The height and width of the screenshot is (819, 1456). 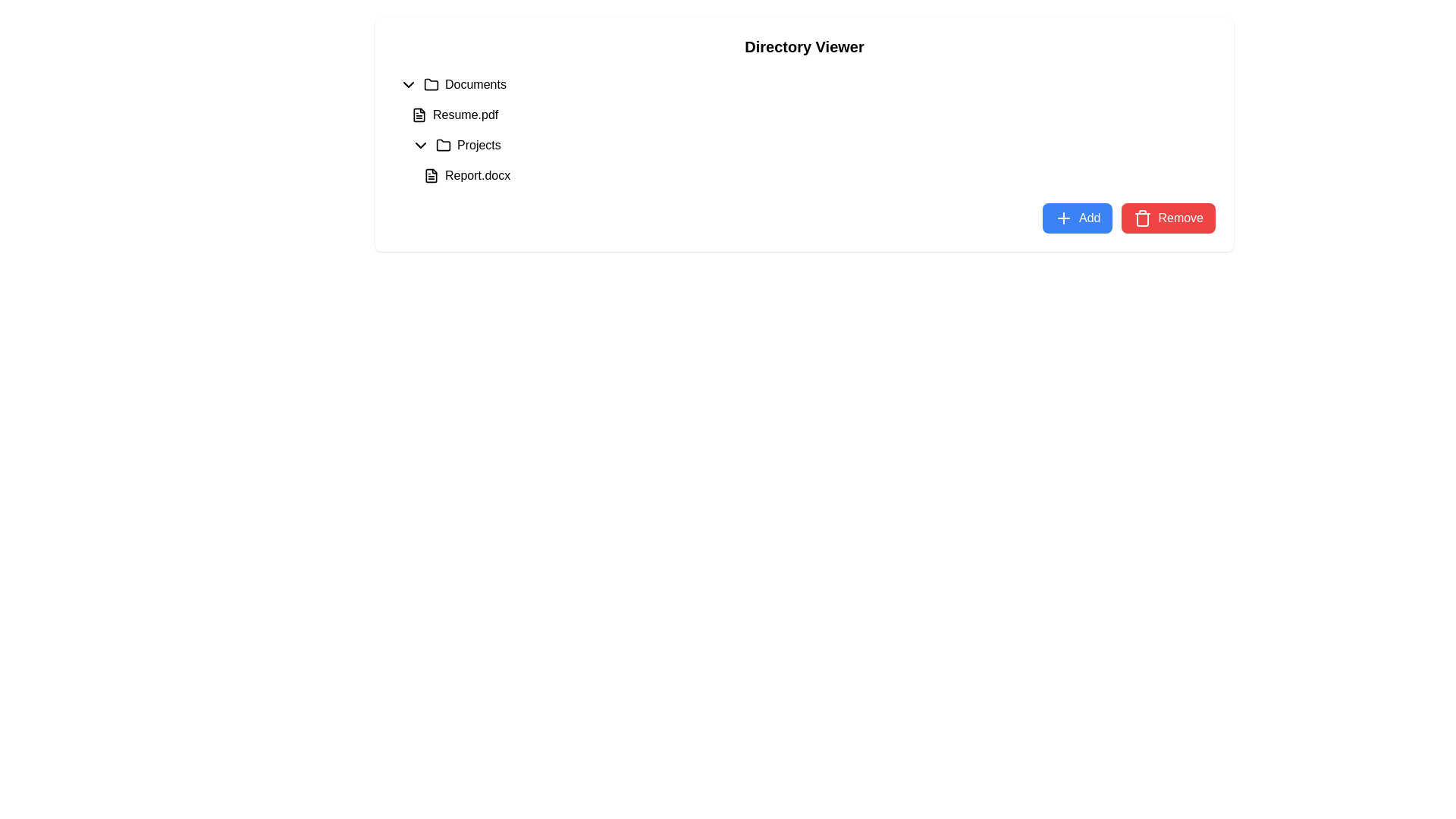 I want to click on the first interactive button in the bottom-right corner of the main interface section, so click(x=1077, y=218).